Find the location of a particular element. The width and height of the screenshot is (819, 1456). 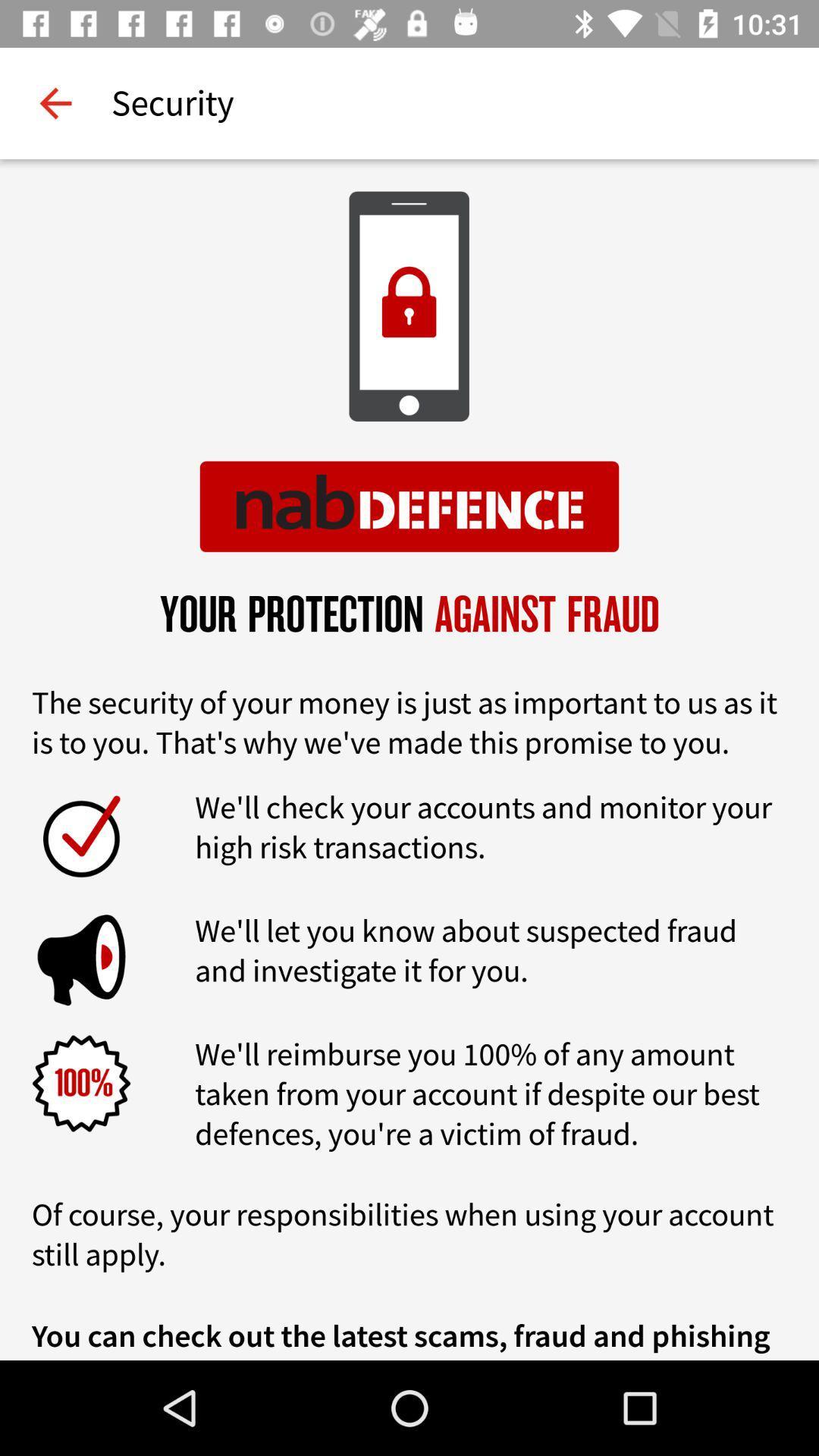

the icon above the your protection against icon is located at coordinates (55, 102).